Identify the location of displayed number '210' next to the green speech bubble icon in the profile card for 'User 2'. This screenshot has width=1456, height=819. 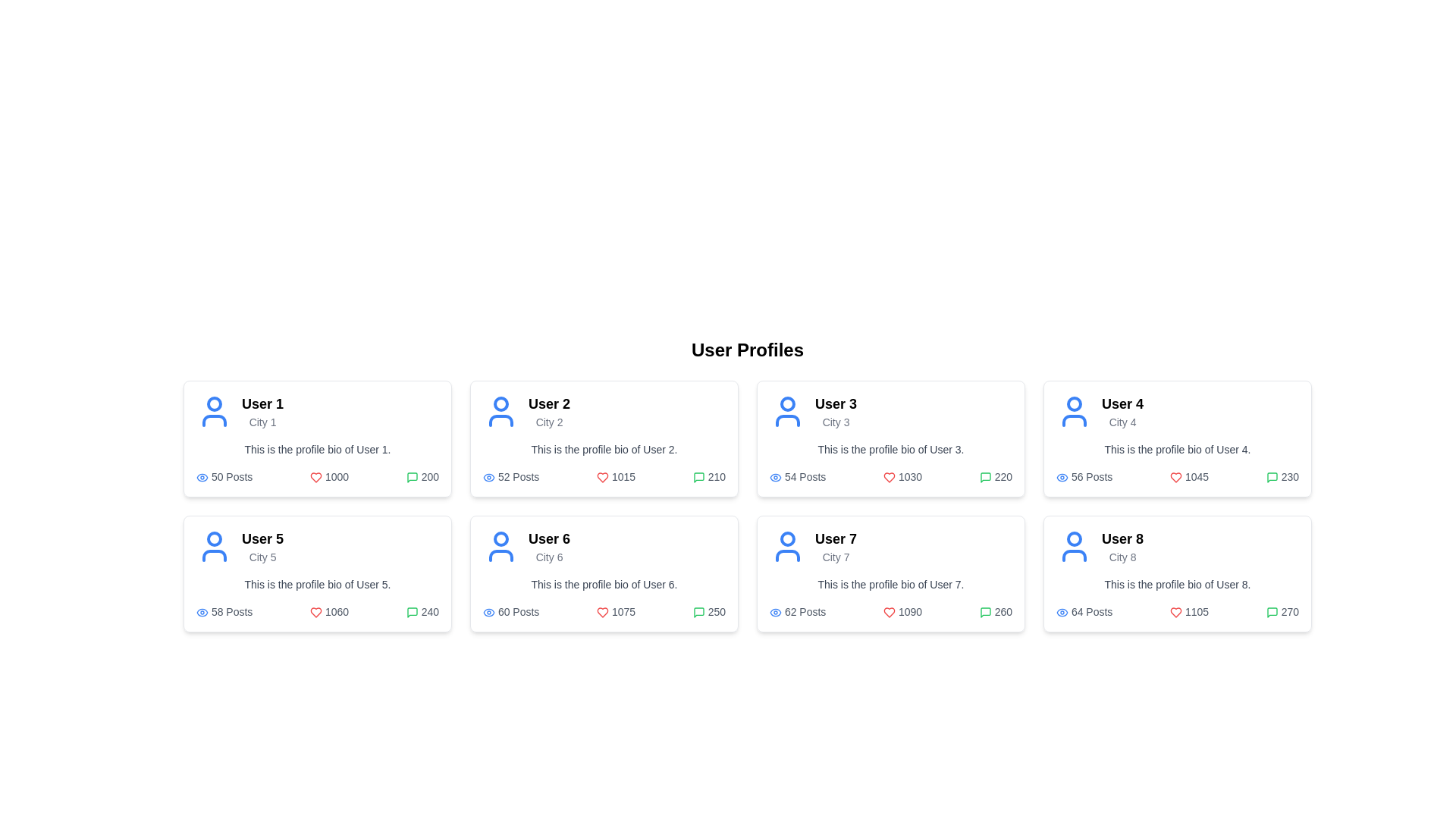
(708, 475).